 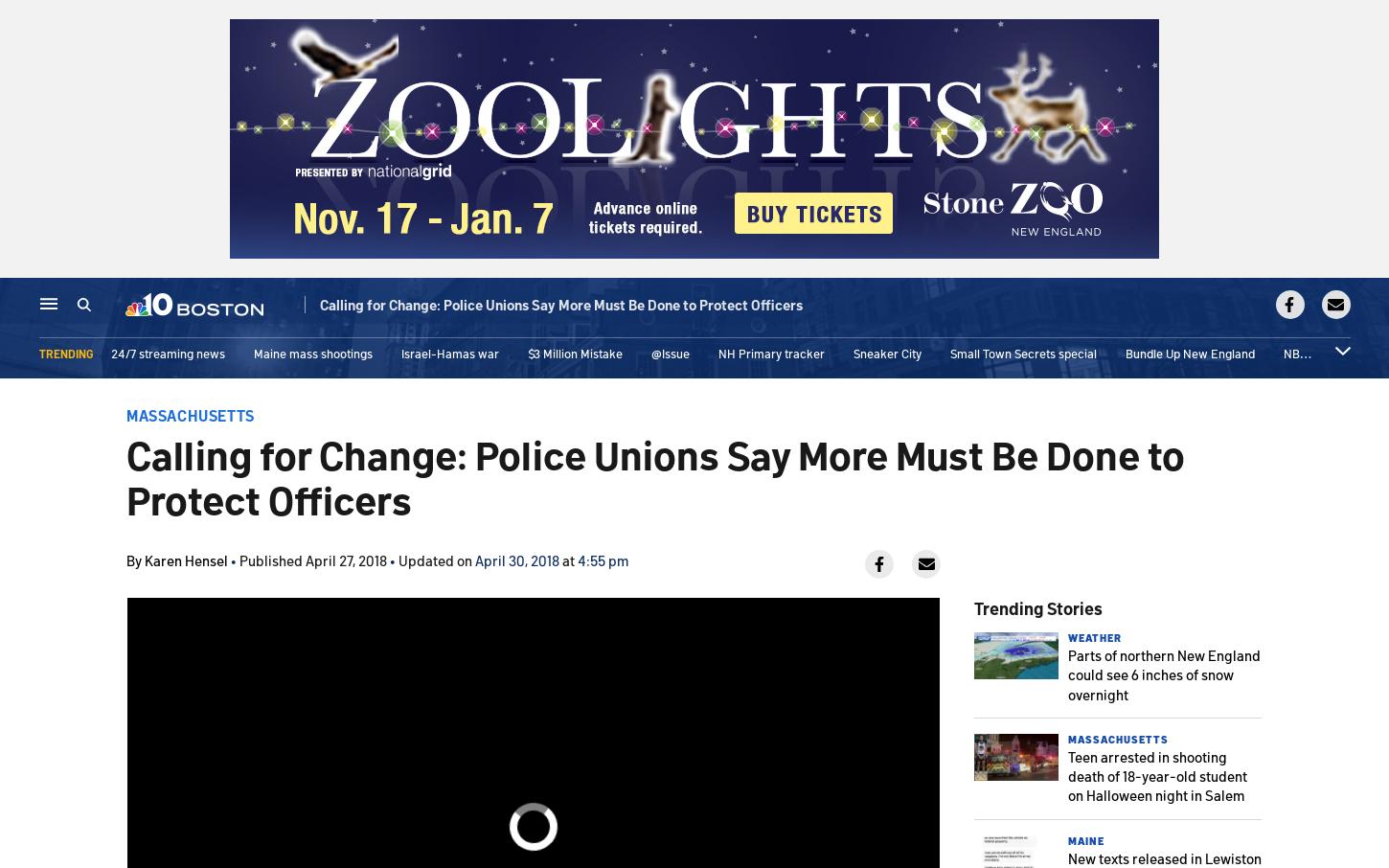 I want to click on '32º', so click(x=1245, y=309).